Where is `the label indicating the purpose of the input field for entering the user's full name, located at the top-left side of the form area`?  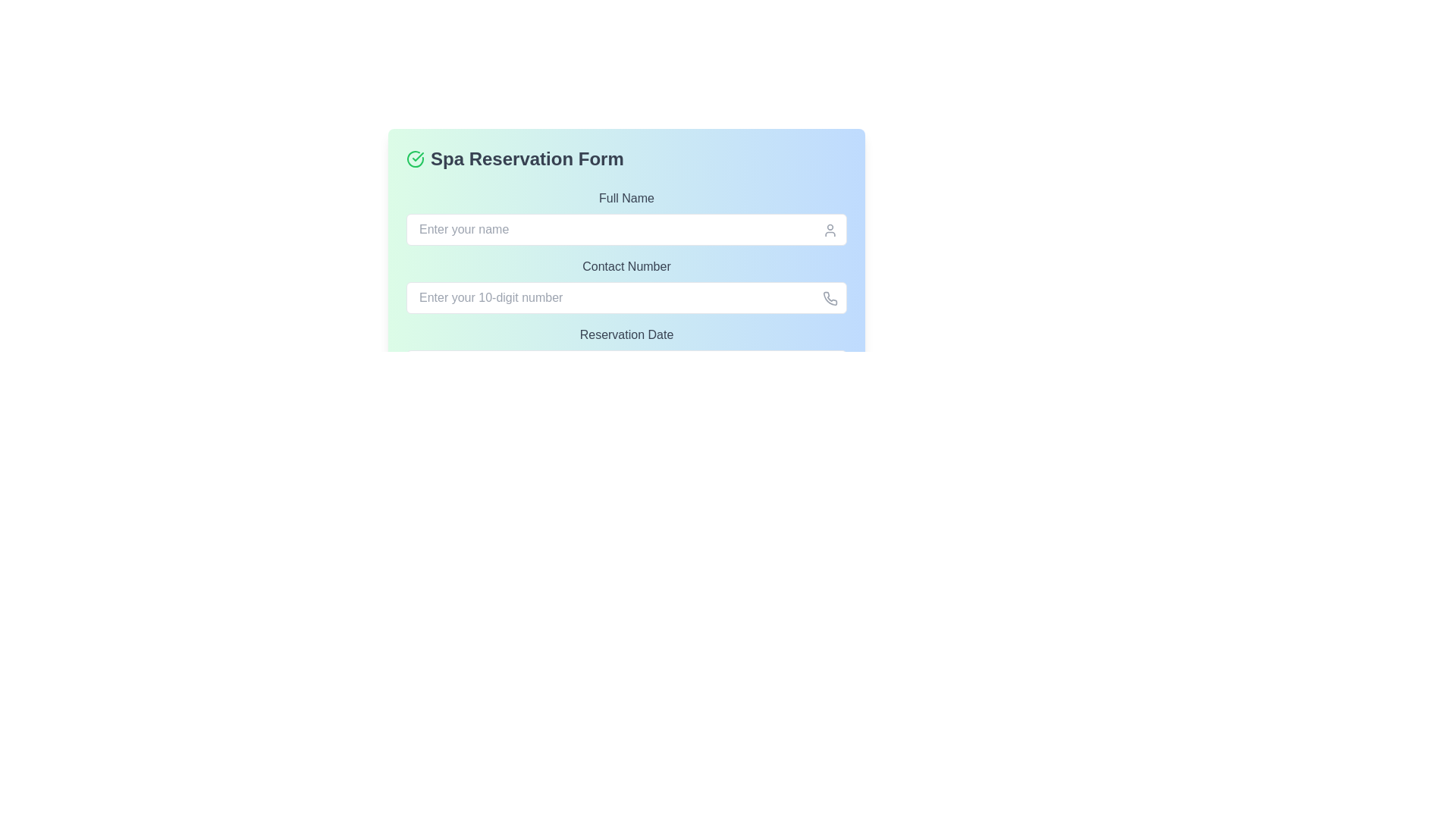
the label indicating the purpose of the input field for entering the user's full name, located at the top-left side of the form area is located at coordinates (626, 198).